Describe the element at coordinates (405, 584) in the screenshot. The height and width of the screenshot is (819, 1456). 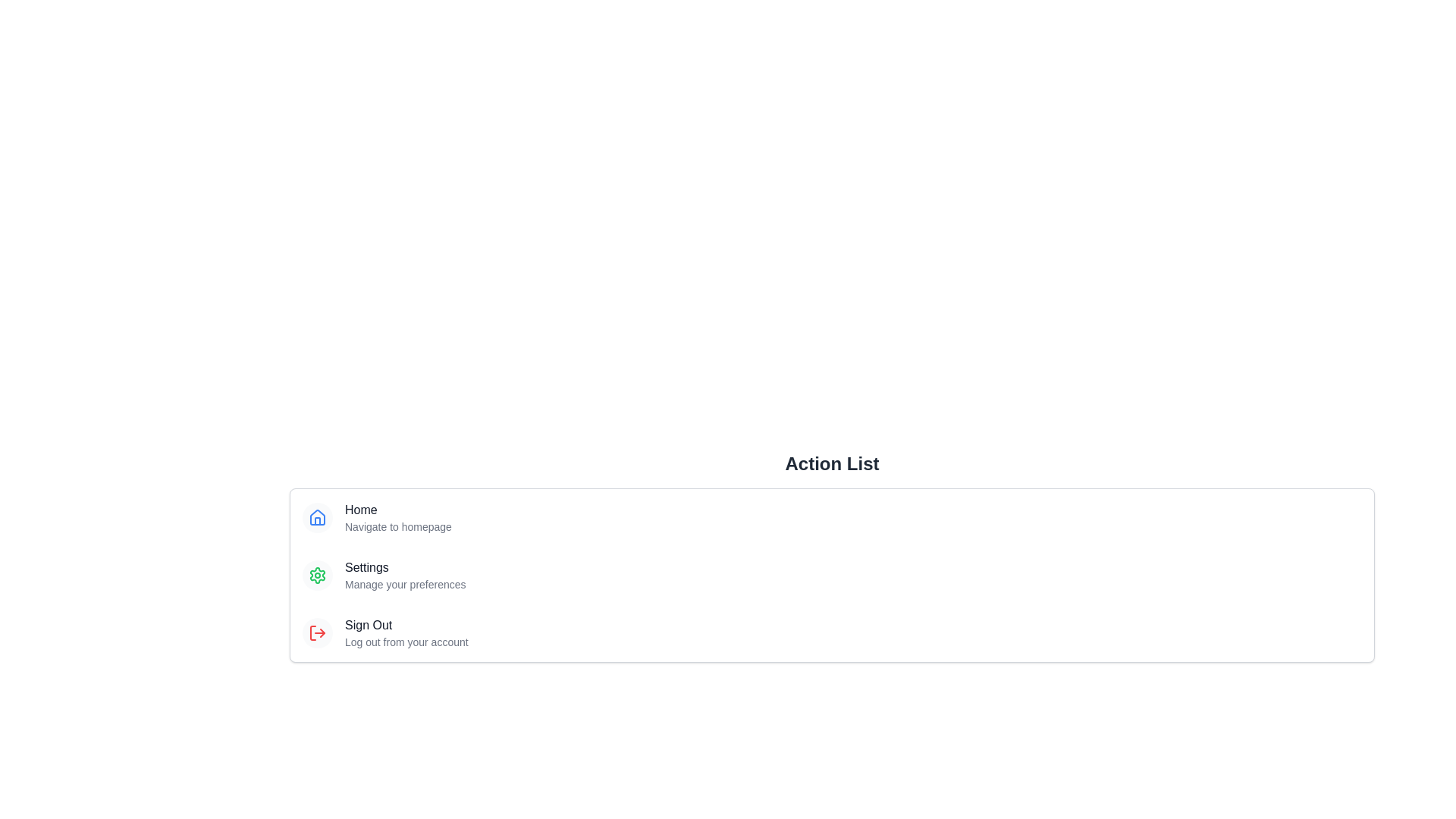
I see `the descriptive text label that provides supplementary information regarding the 'Settings' section, positioned beneath the 'Settings' text` at that location.